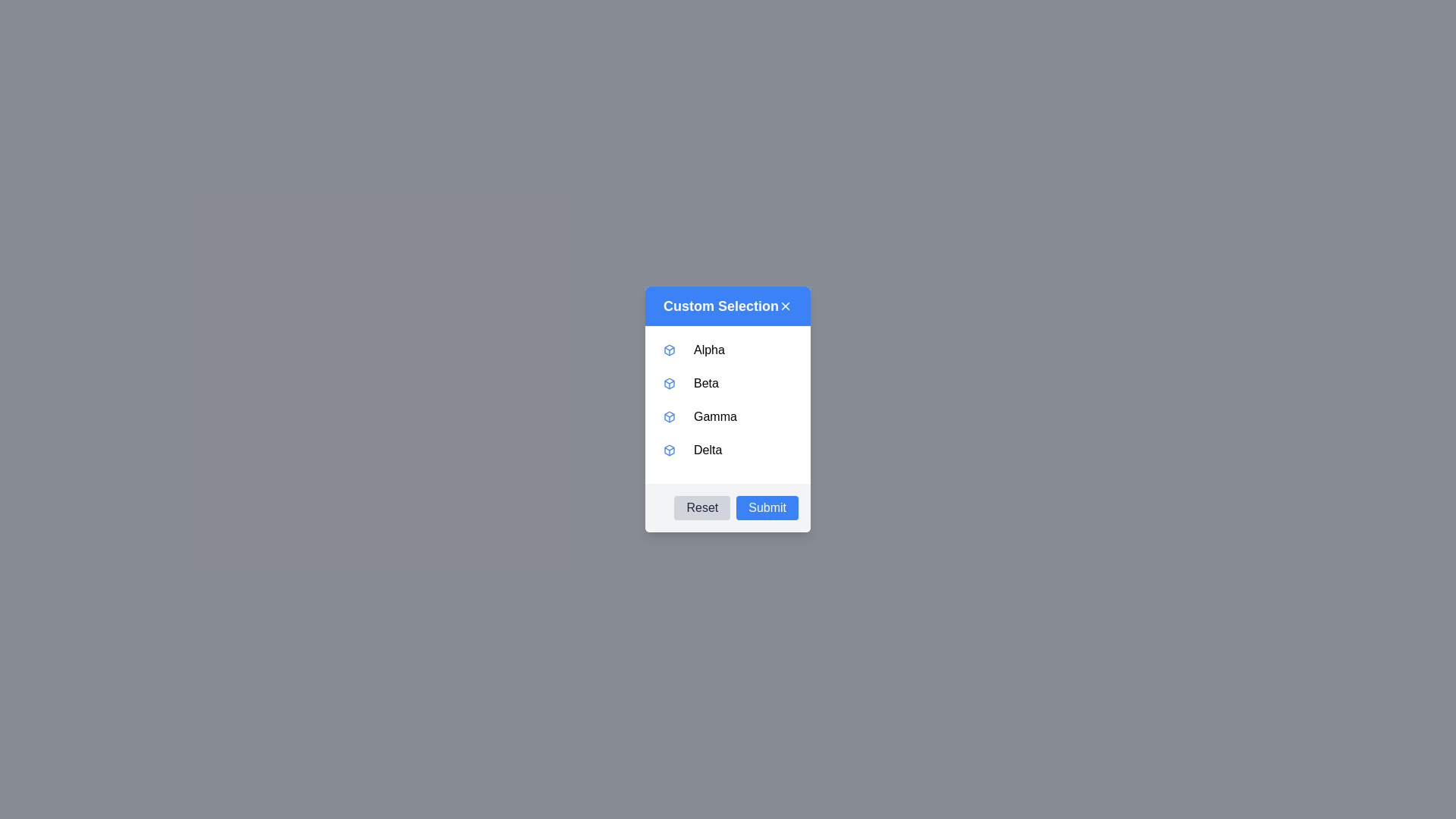 The width and height of the screenshot is (1456, 819). What do you see at coordinates (728, 450) in the screenshot?
I see `the list item labeled 'Delta', which is the fourth row in the selection list` at bounding box center [728, 450].